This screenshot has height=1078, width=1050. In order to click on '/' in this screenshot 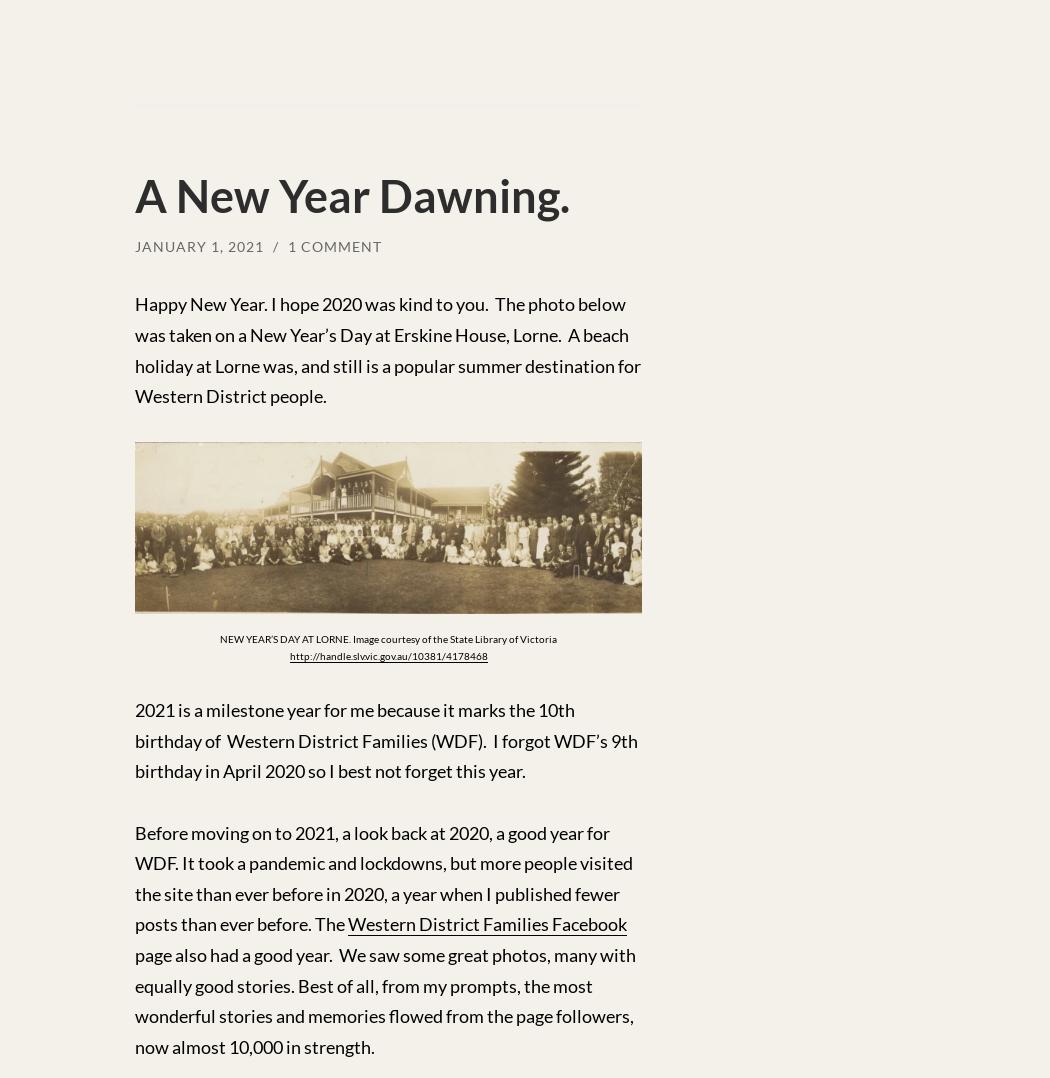, I will do `click(277, 244)`.